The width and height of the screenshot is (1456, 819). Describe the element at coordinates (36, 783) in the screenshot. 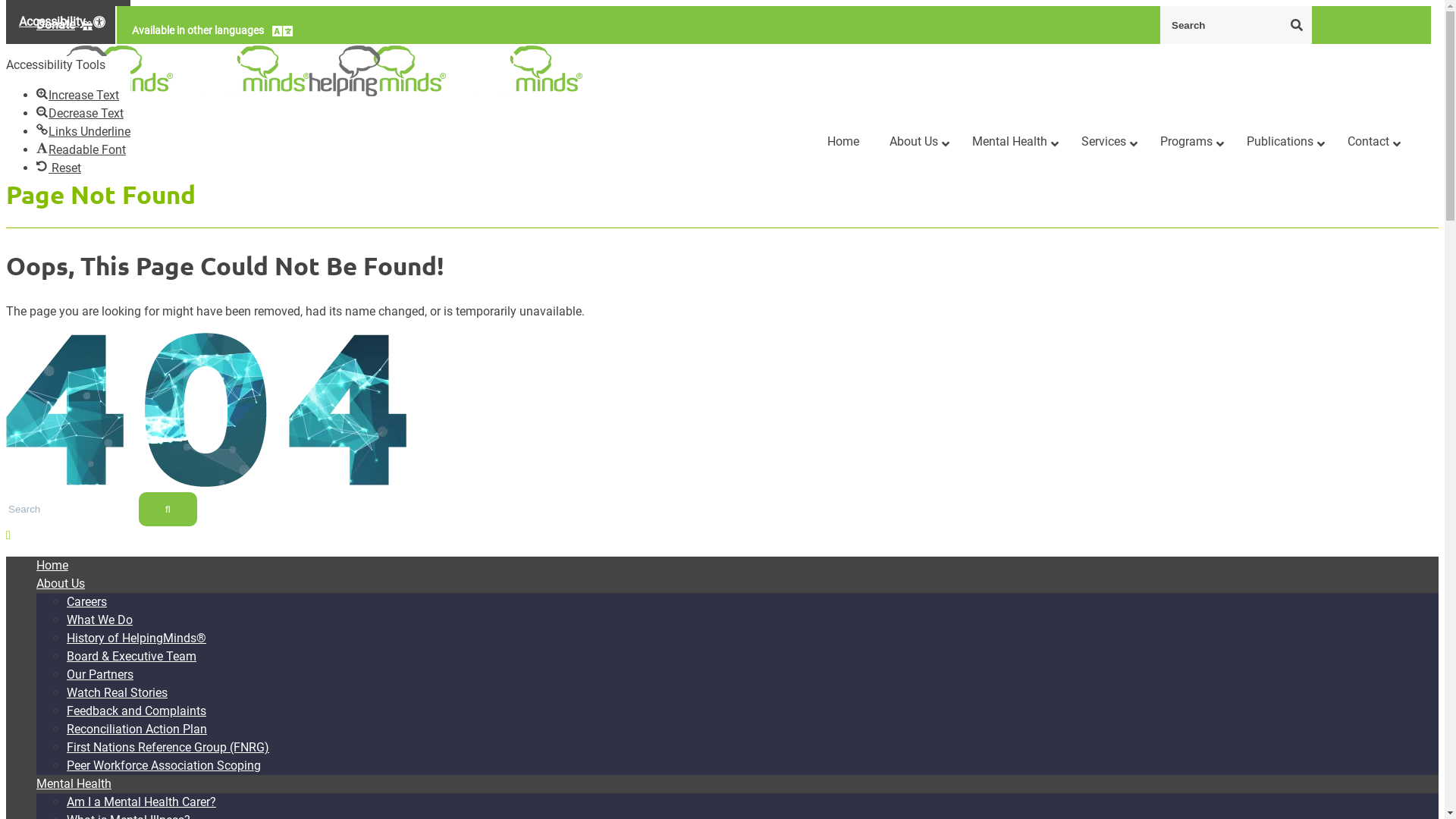

I see `'Mental Health'` at that location.